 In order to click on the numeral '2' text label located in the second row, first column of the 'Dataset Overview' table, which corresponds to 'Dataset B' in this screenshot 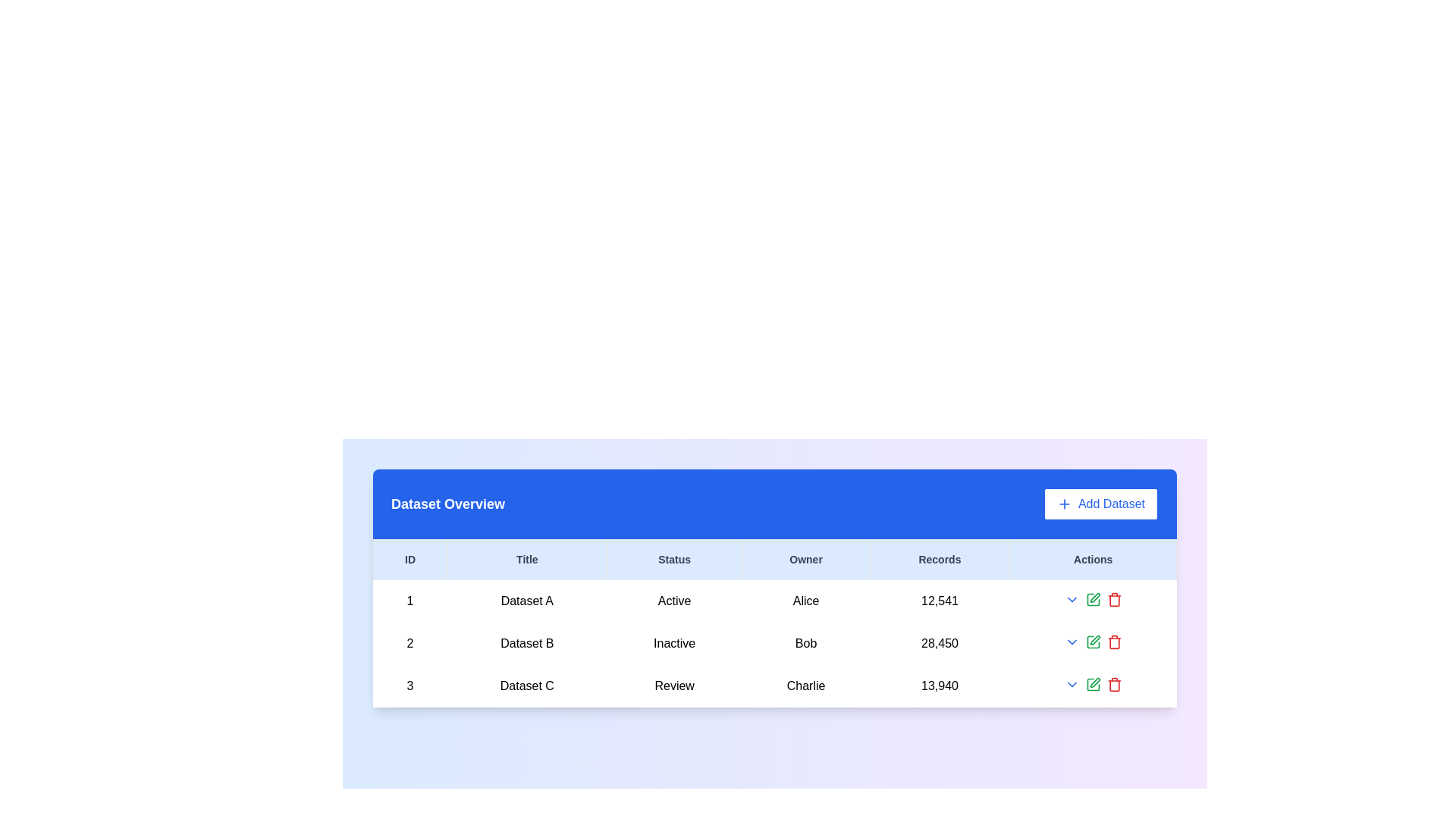, I will do `click(410, 643)`.